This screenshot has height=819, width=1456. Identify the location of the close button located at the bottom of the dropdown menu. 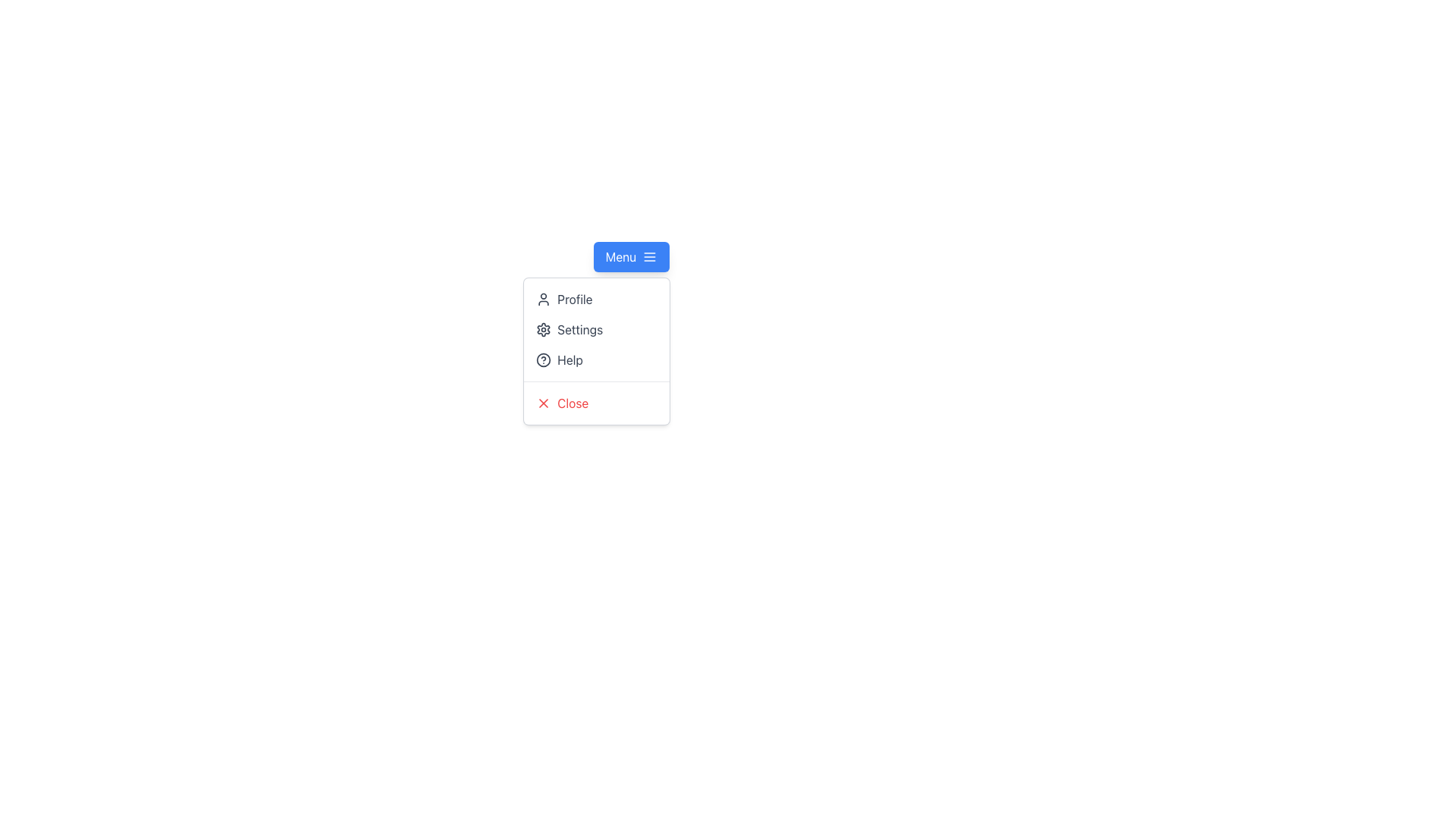
(596, 403).